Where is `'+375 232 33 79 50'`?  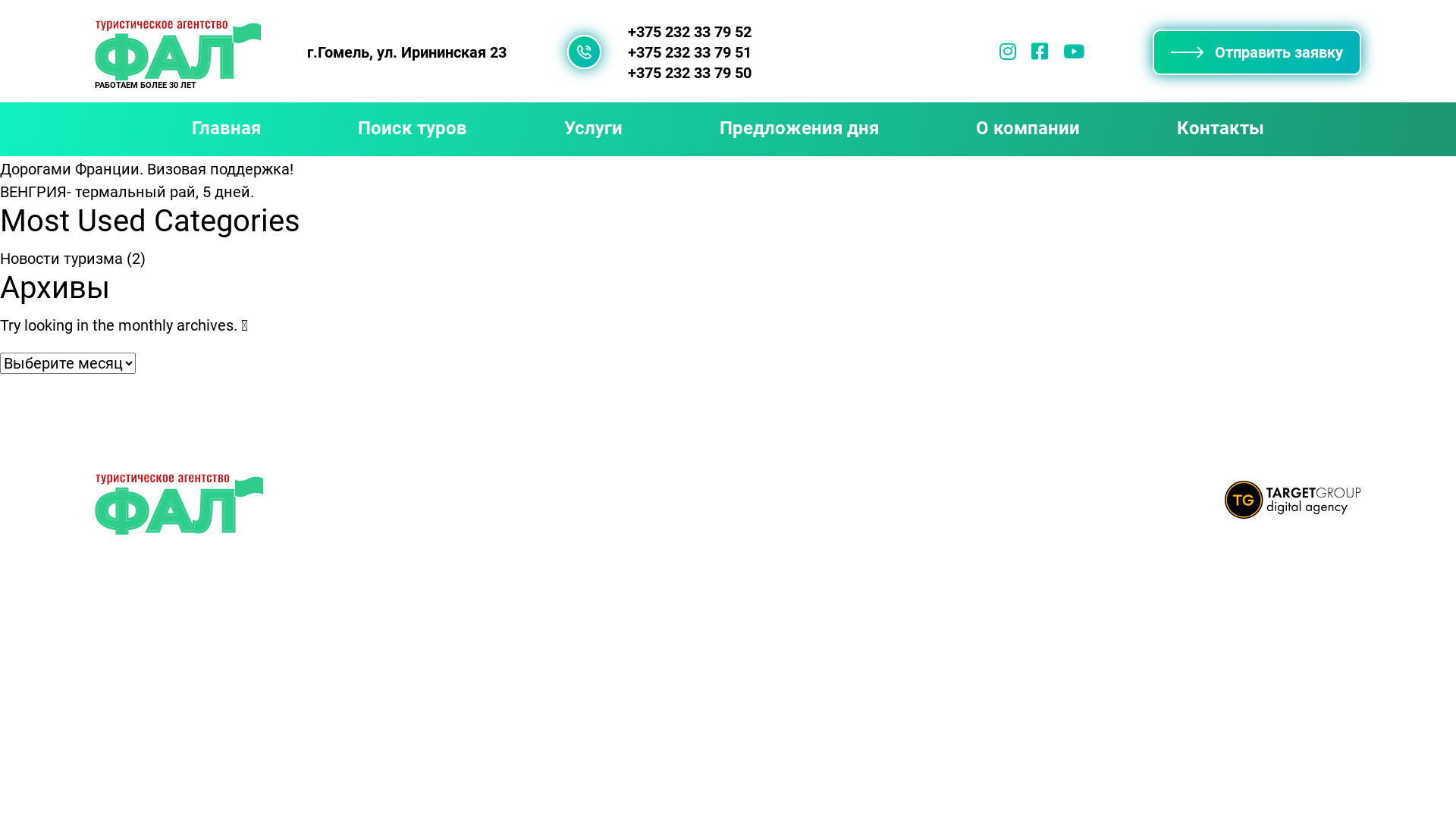 '+375 232 33 79 50' is located at coordinates (689, 73).